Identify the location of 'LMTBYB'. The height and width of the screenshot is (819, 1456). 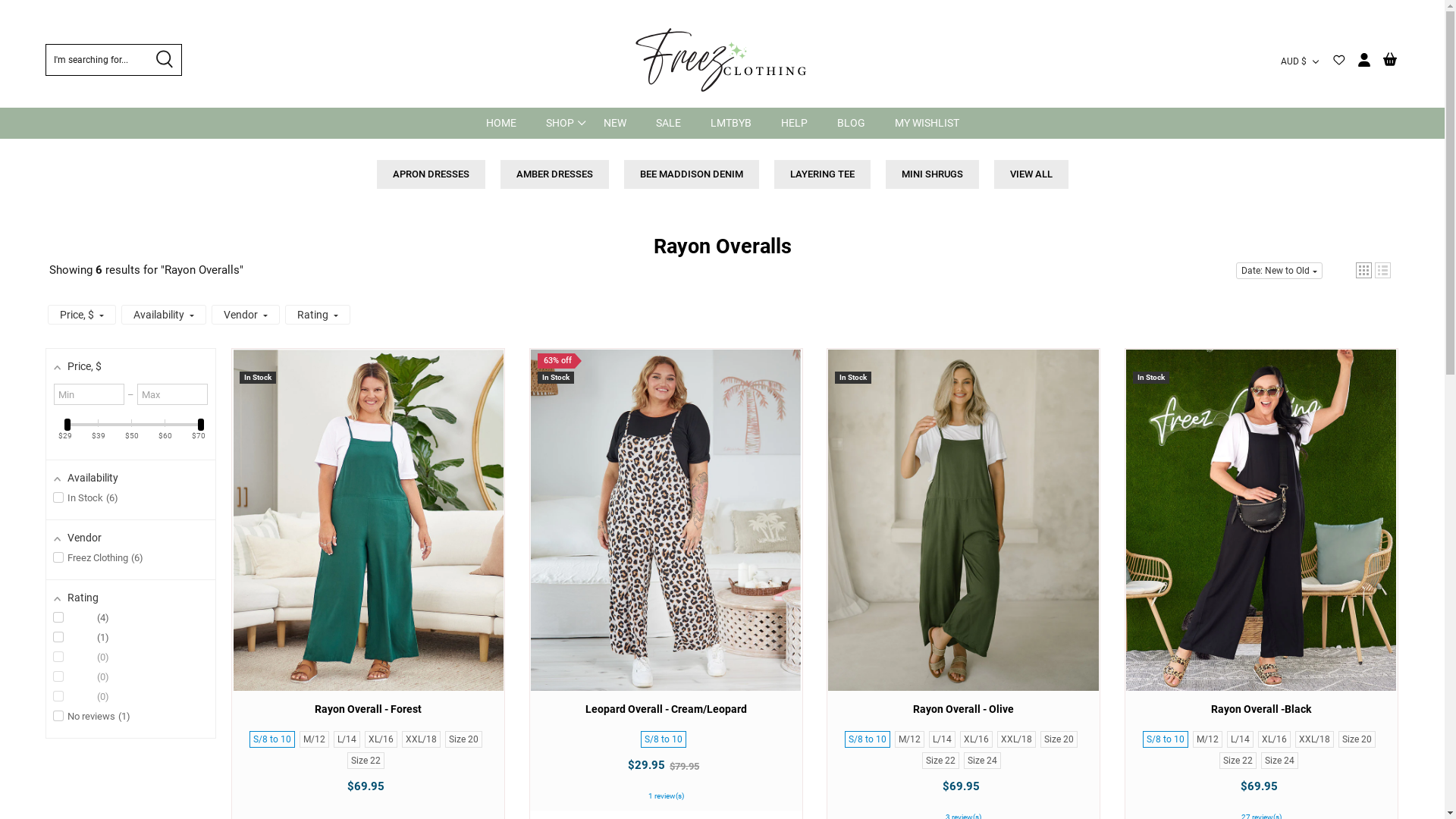
(730, 122).